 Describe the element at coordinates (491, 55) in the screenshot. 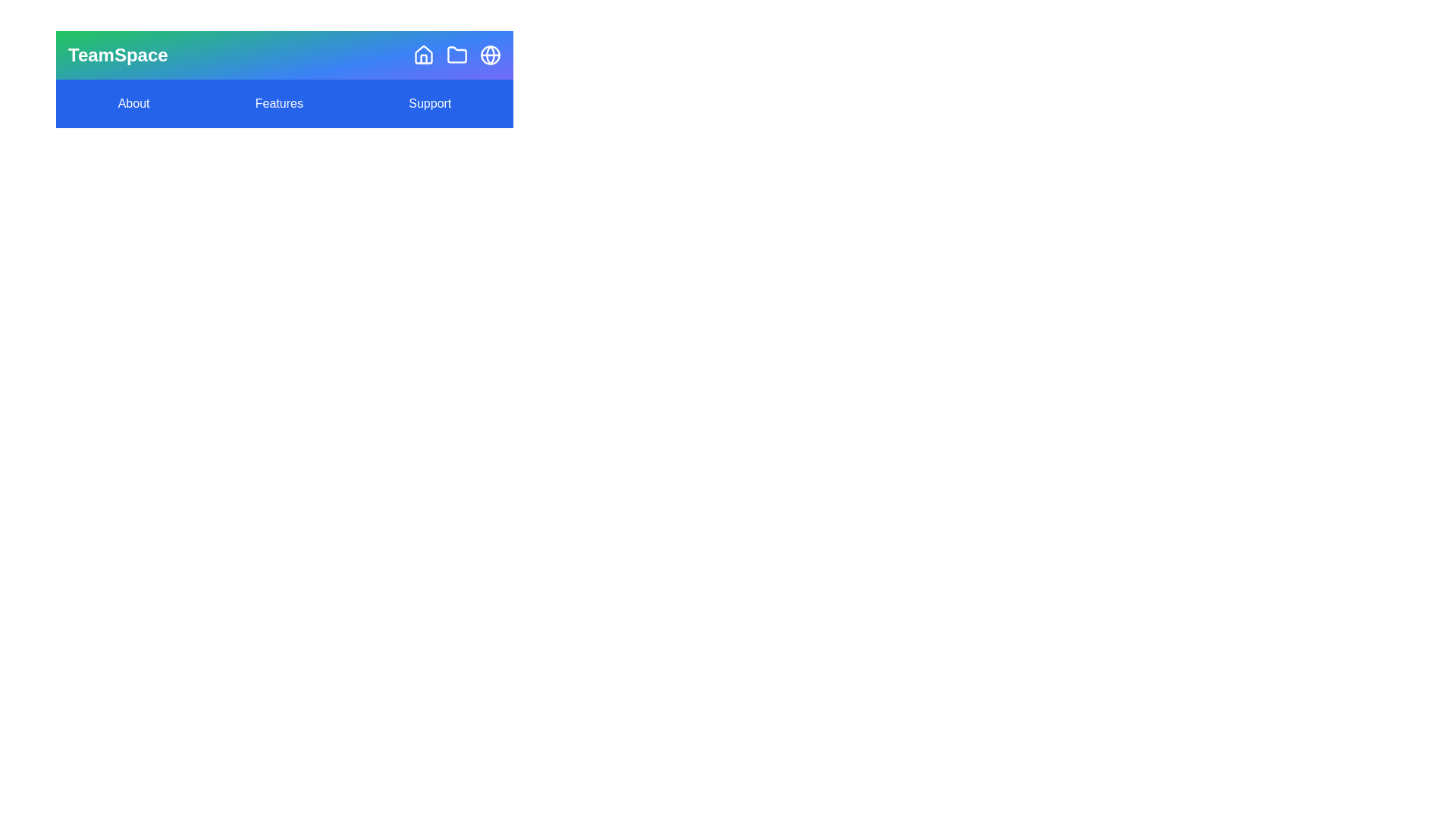

I see `the 'Community' icon to explore community features` at that location.